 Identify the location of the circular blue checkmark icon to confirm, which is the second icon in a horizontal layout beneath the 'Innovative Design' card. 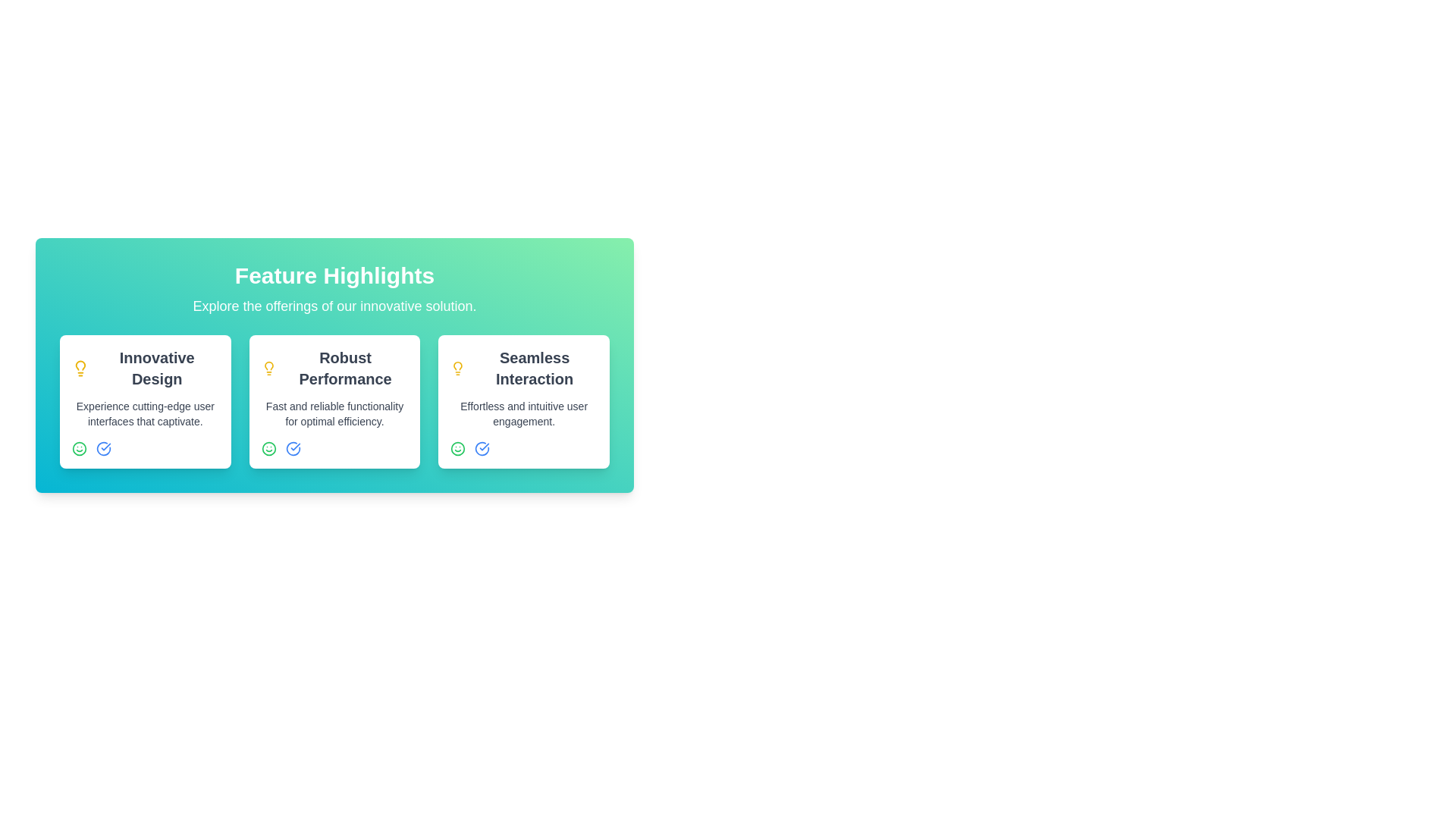
(103, 447).